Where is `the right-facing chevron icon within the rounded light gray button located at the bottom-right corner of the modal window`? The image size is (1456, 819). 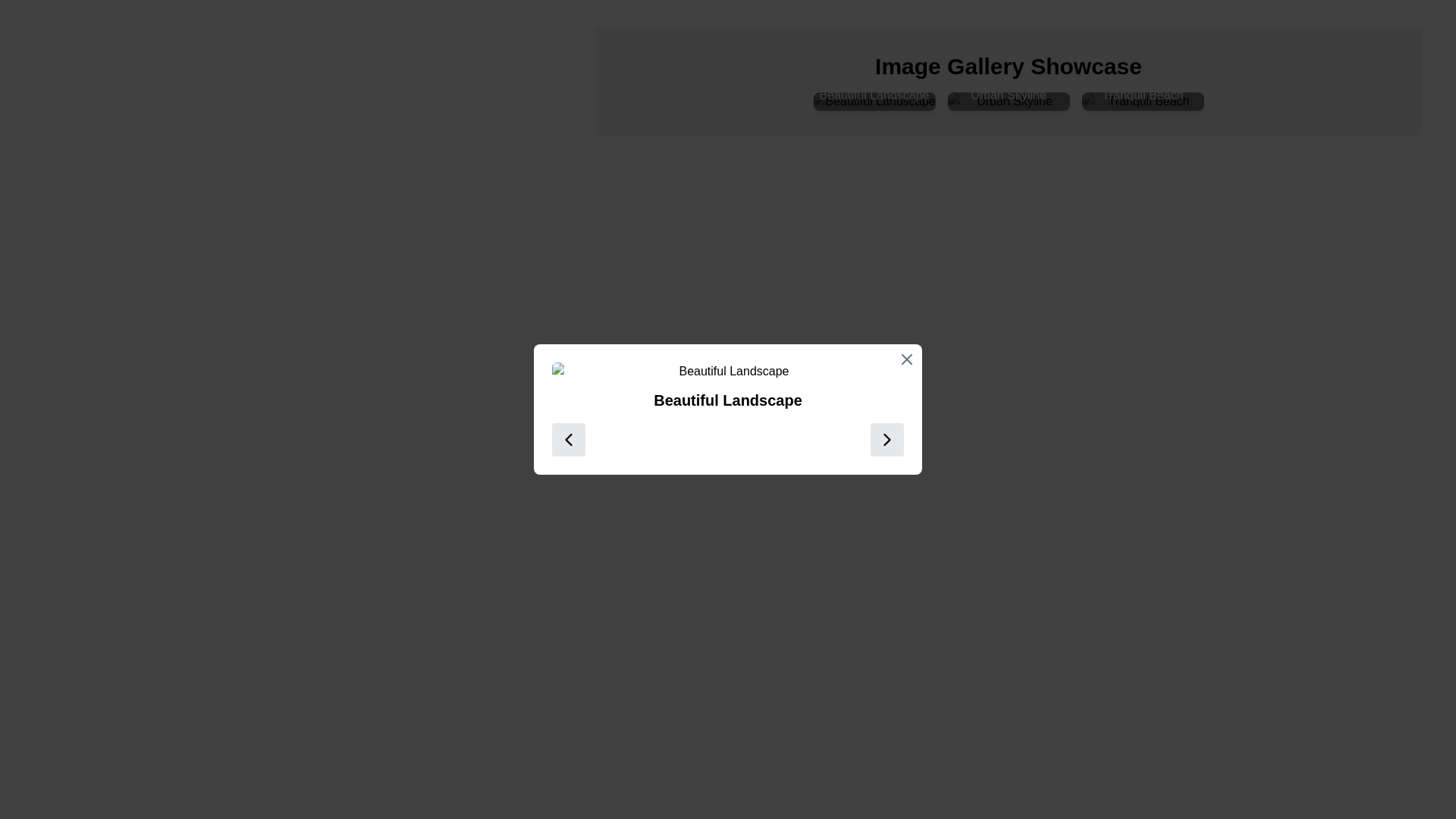
the right-facing chevron icon within the rounded light gray button located at the bottom-right corner of the modal window is located at coordinates (887, 439).